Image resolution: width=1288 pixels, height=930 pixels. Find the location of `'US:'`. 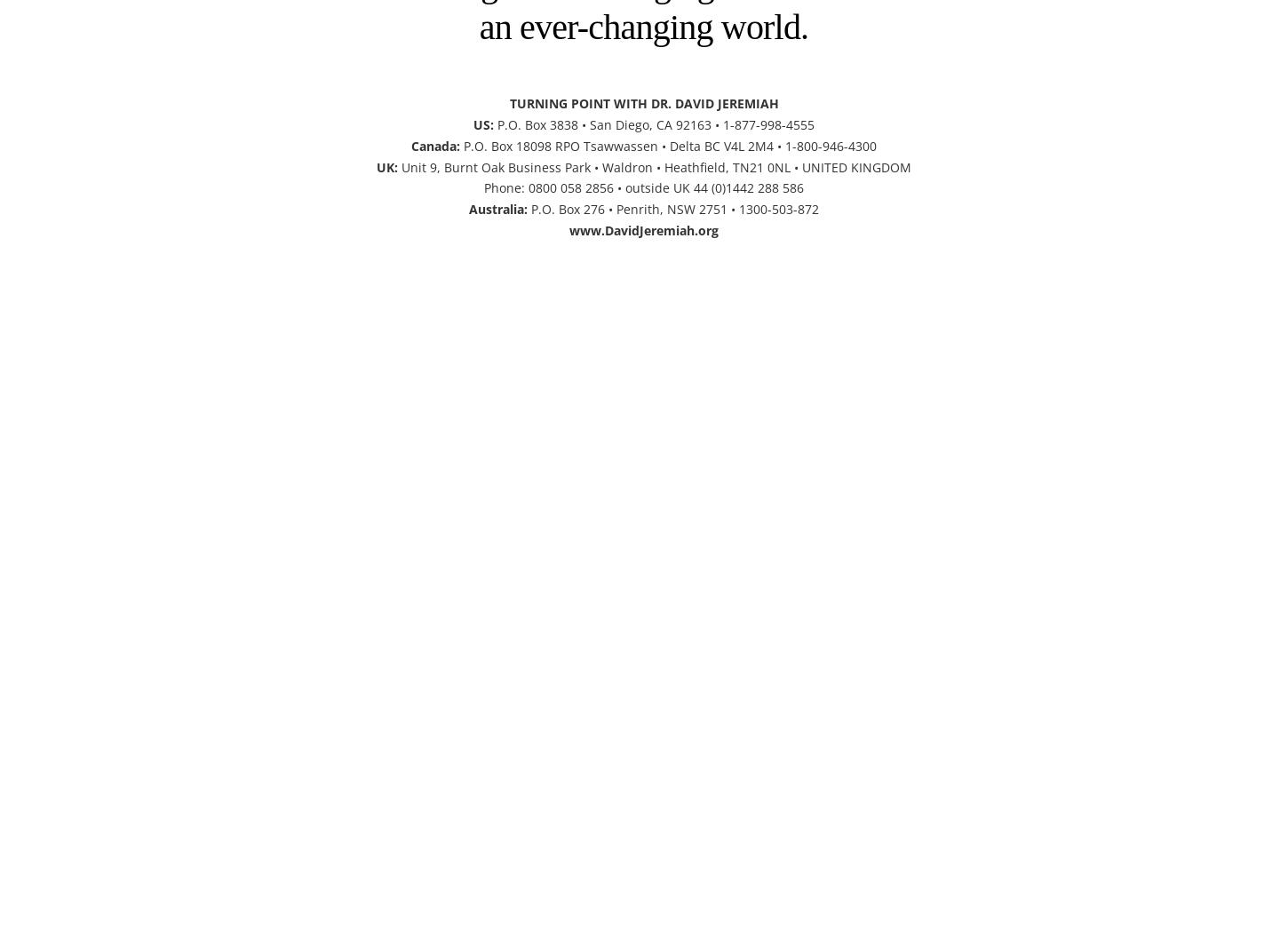

'US:' is located at coordinates (483, 123).